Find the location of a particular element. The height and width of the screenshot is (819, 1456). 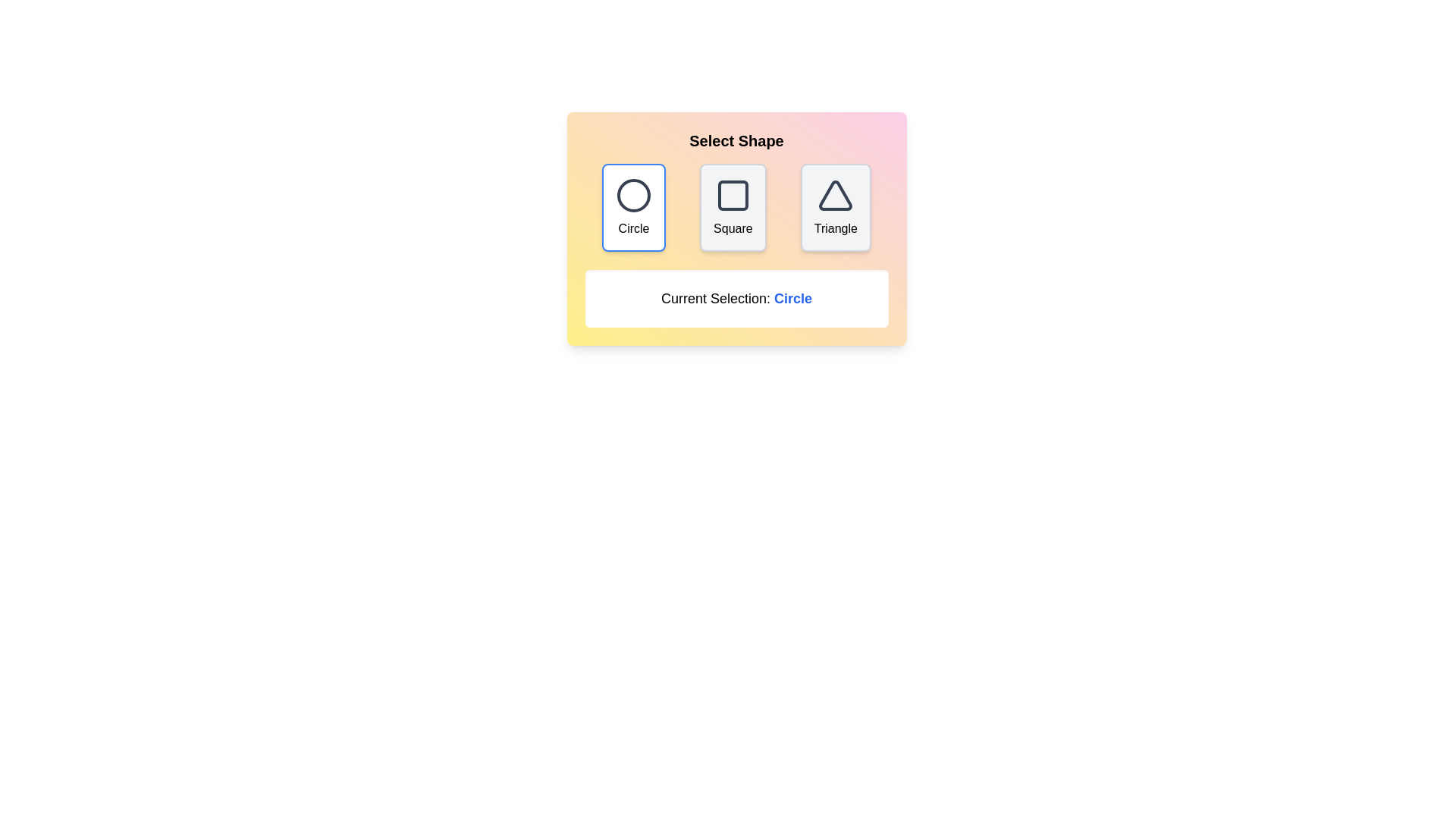

the Square button to select the corresponding shape is located at coordinates (733, 207).